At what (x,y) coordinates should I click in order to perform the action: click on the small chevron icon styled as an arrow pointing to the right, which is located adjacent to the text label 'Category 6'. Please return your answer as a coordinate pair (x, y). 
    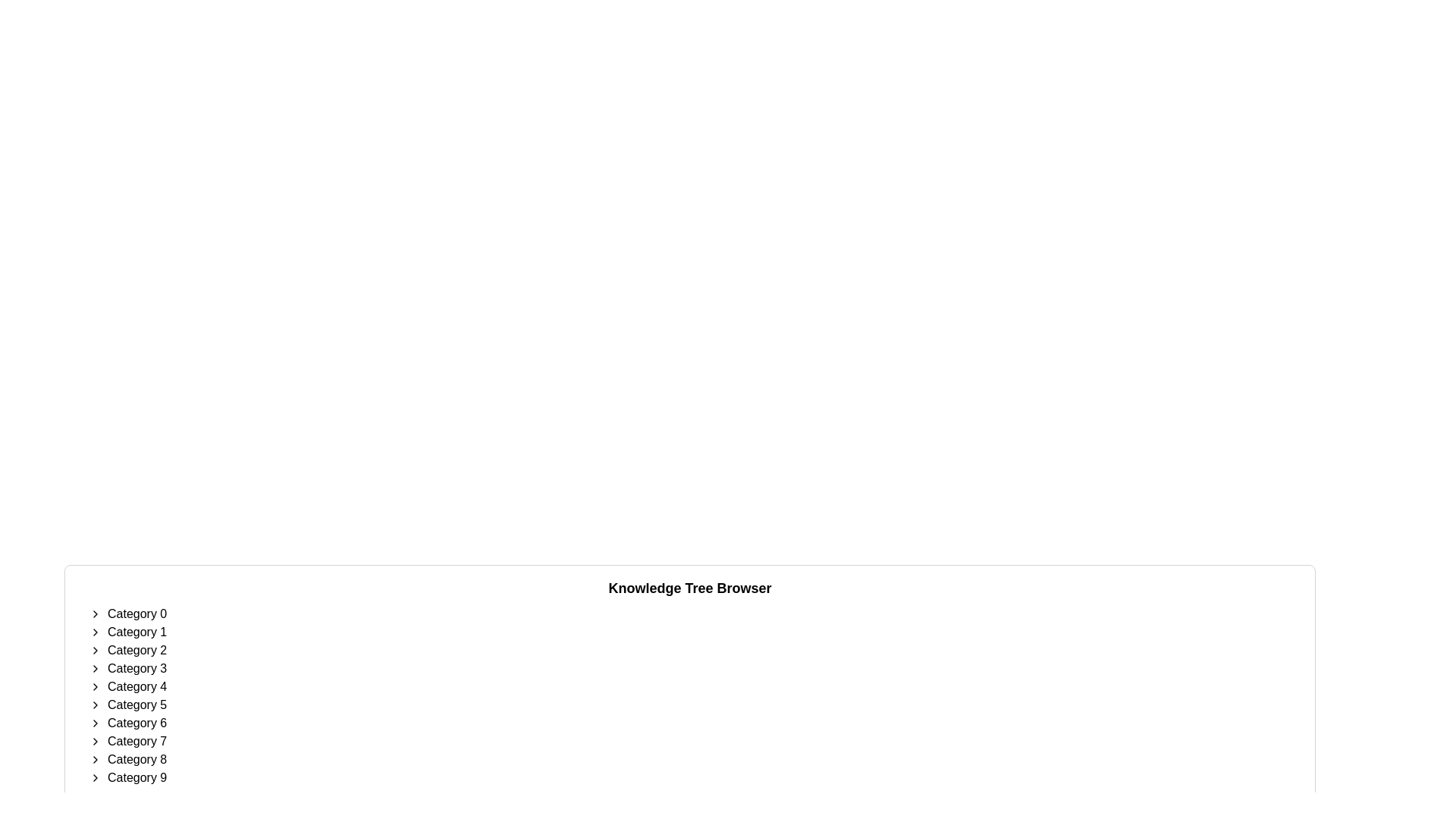
    Looking at the image, I should click on (94, 722).